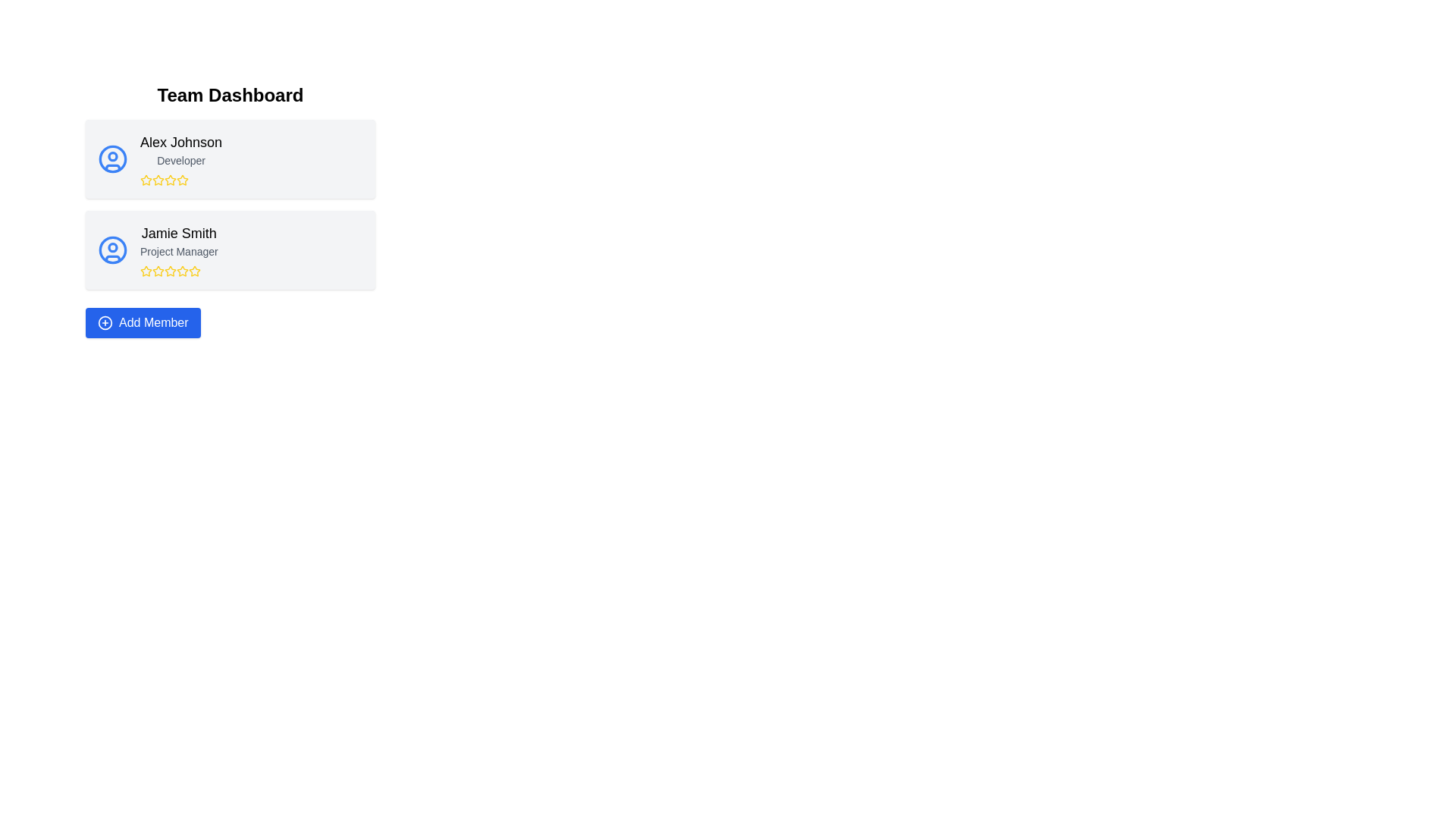 The image size is (1456, 819). I want to click on the first star icon in the rating widget associated with 'Alex Johnson, Developer', which is a yellow outlined star with a hollow center, so click(146, 180).